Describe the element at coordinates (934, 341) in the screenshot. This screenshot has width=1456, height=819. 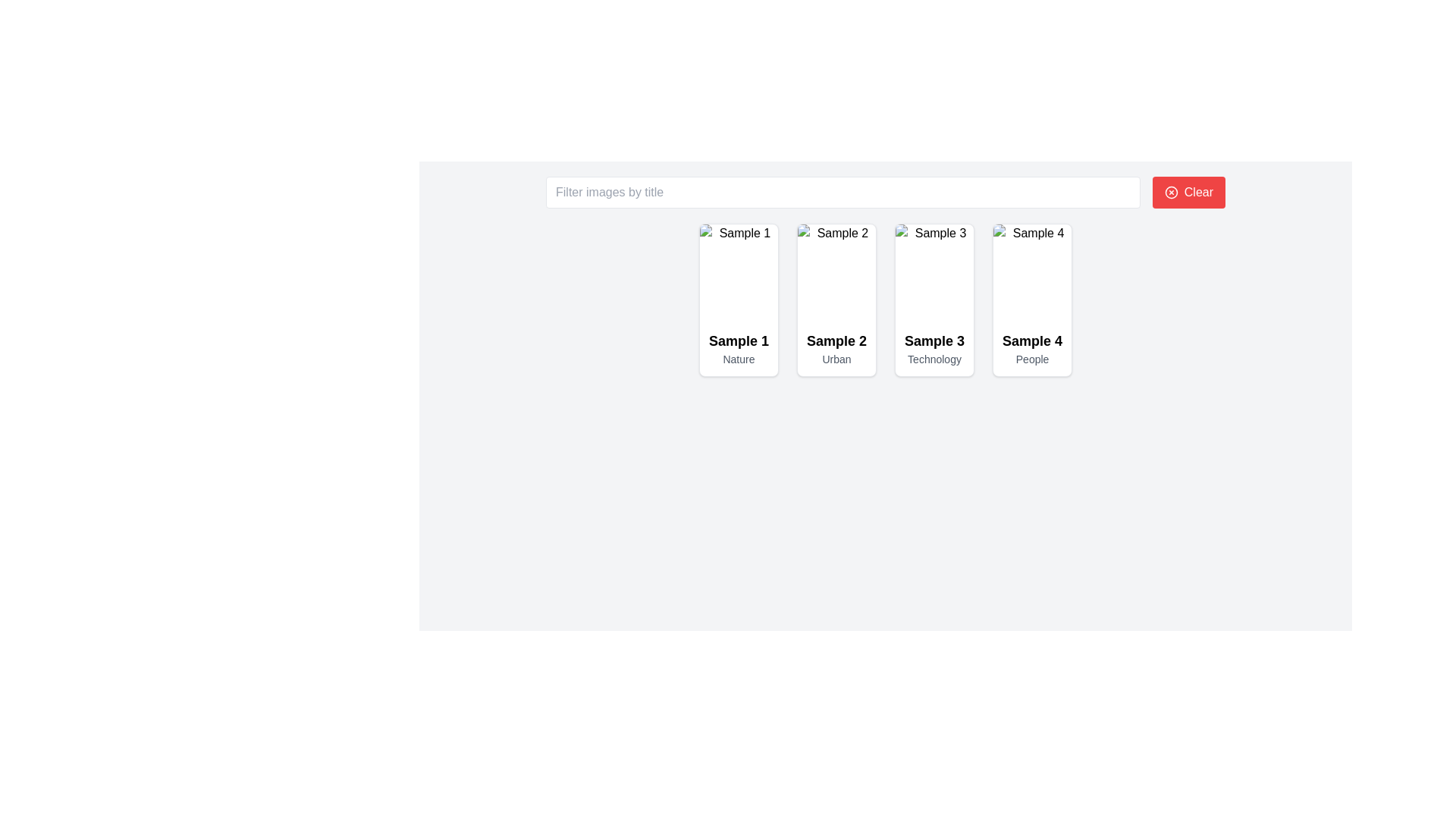
I see `text 'Sample 3' displayed prominently in bold font, located above 'Technology' within the card layout` at that location.